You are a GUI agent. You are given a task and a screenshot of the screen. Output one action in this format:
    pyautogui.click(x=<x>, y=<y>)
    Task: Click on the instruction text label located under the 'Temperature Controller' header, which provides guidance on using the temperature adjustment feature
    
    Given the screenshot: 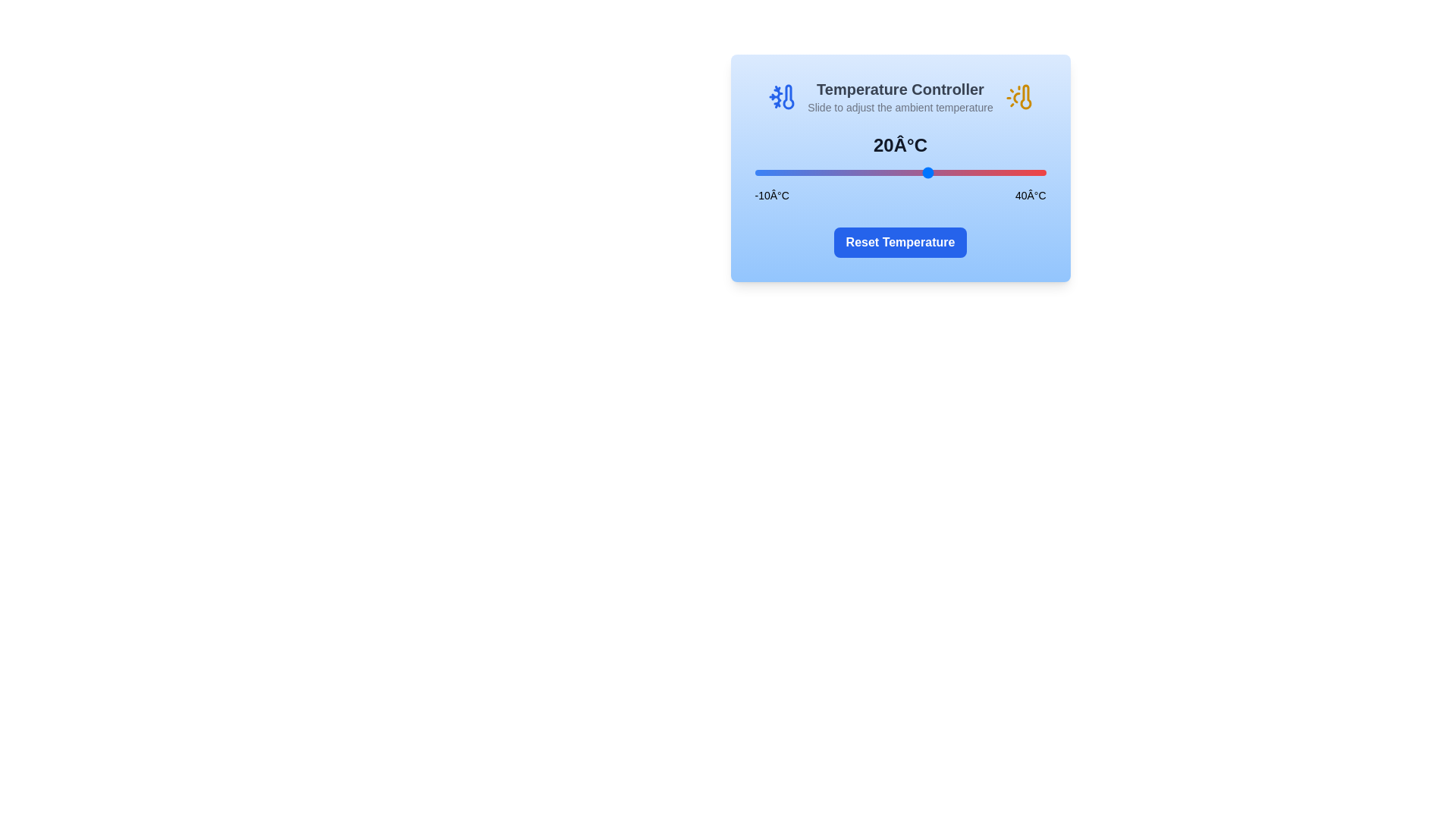 What is the action you would take?
    pyautogui.click(x=900, y=107)
    